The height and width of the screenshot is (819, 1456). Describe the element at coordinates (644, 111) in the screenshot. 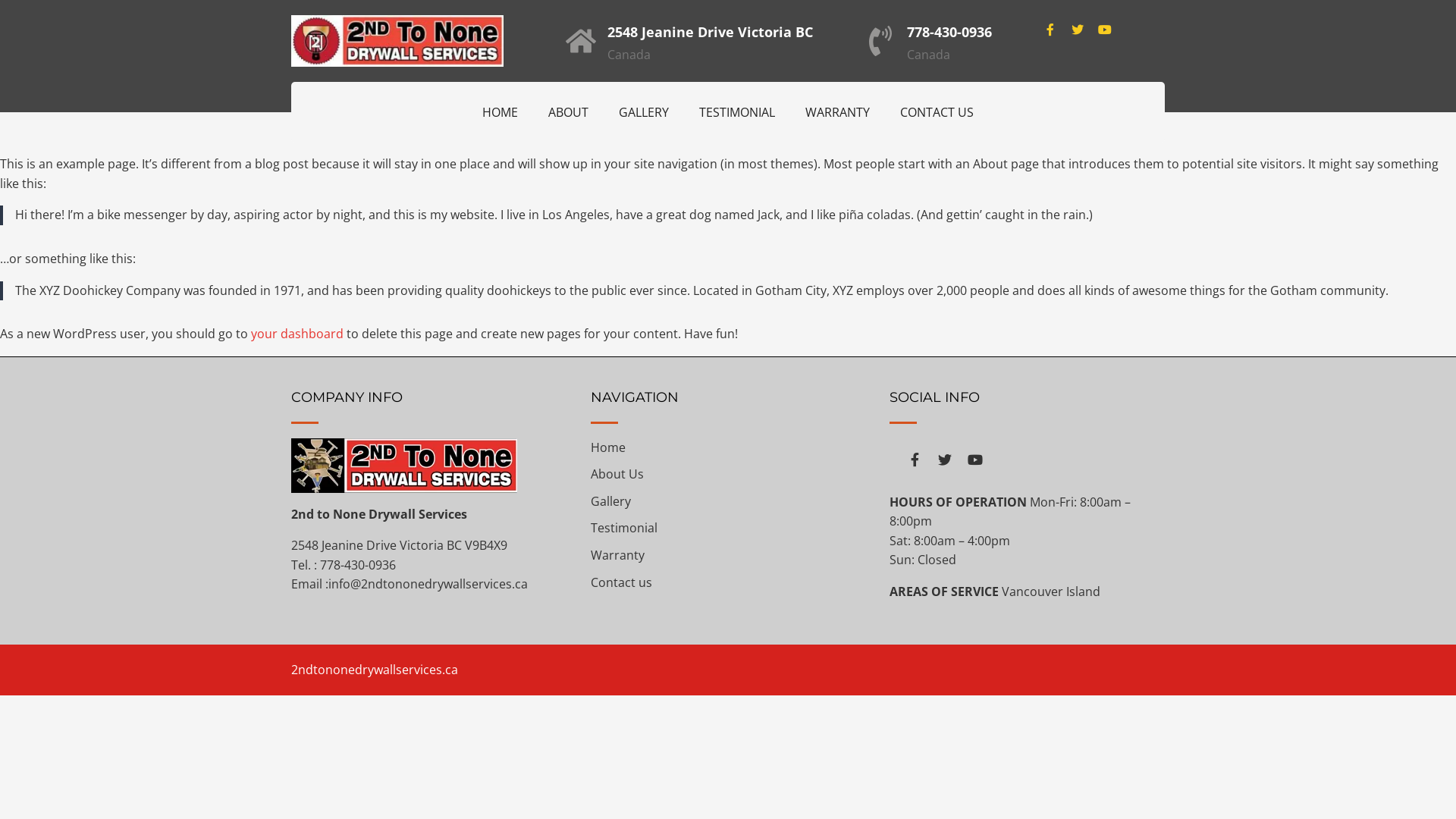

I see `'GALLERY'` at that location.